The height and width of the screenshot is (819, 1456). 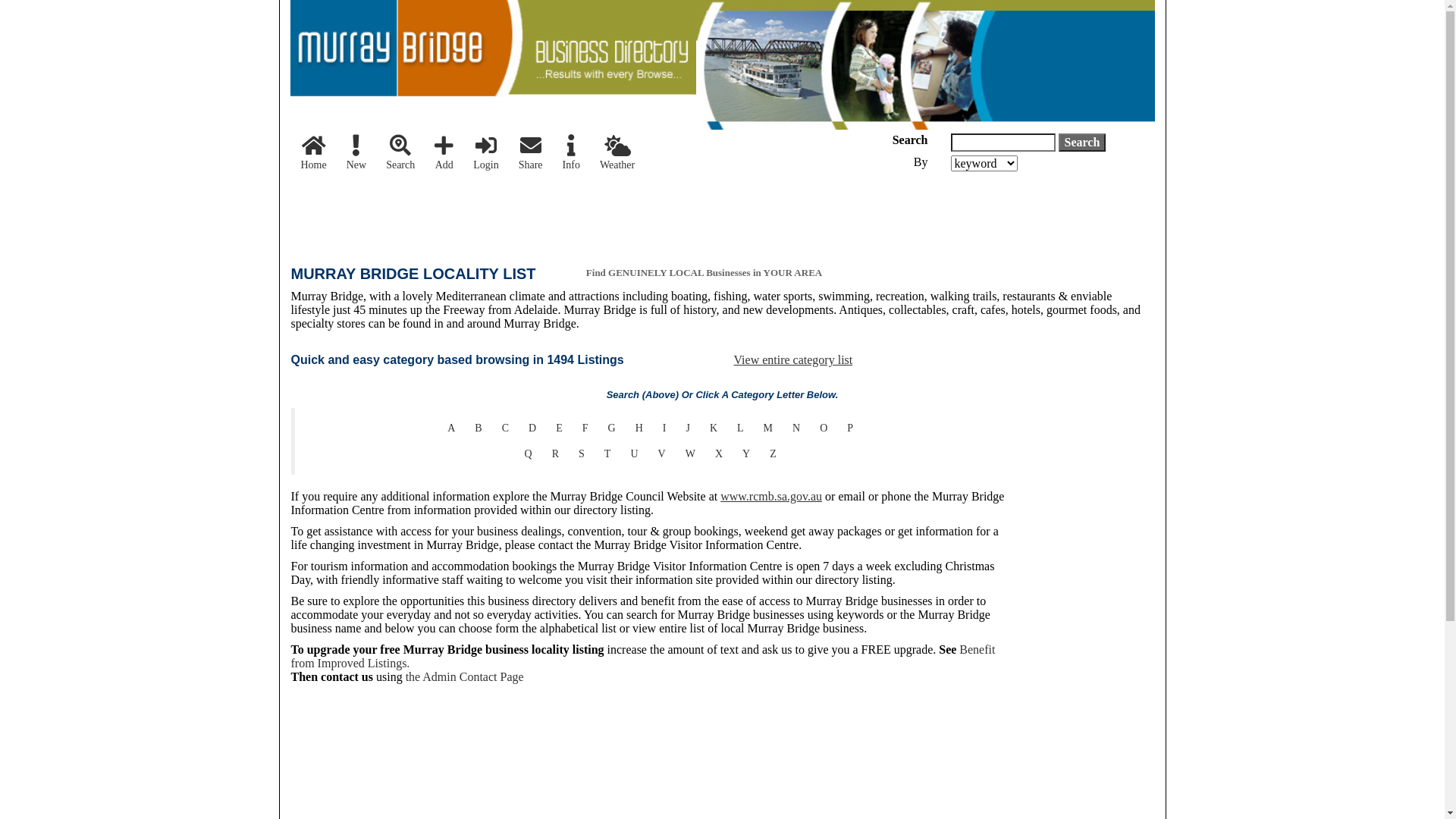 What do you see at coordinates (531, 154) in the screenshot?
I see `'Share'` at bounding box center [531, 154].